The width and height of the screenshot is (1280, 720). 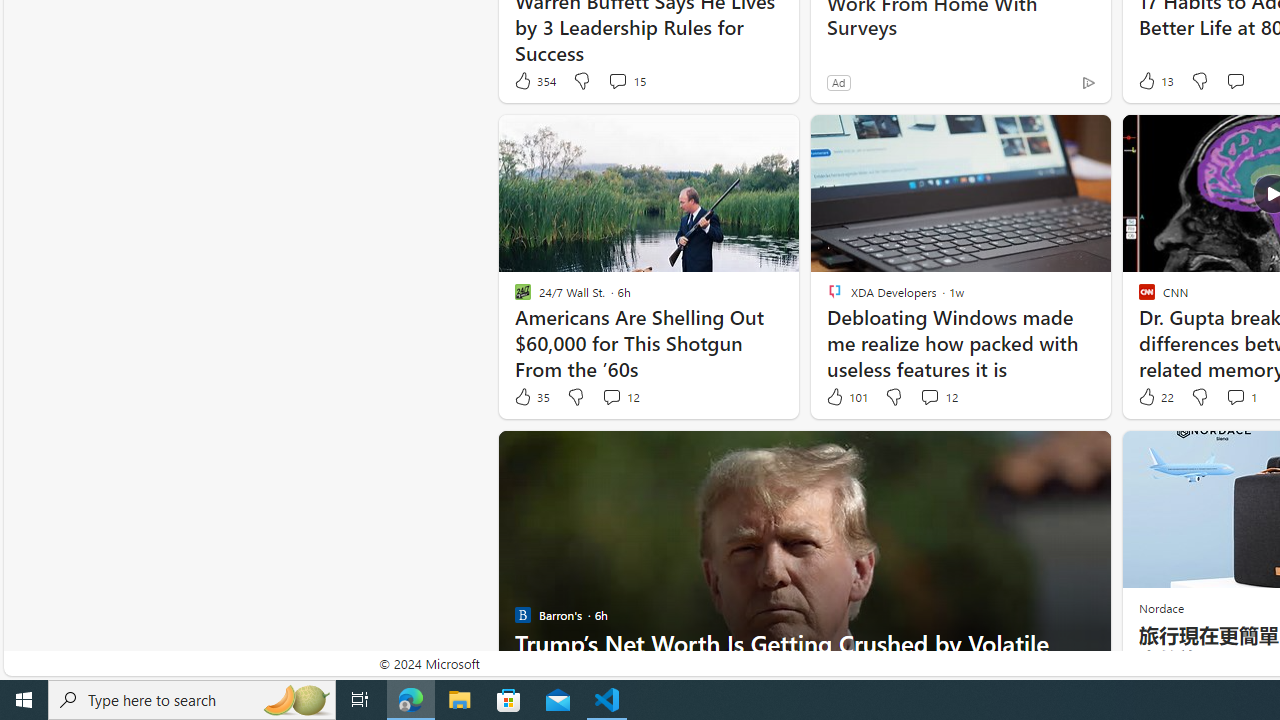 I want to click on 'See more', so click(x=1085, y=455).